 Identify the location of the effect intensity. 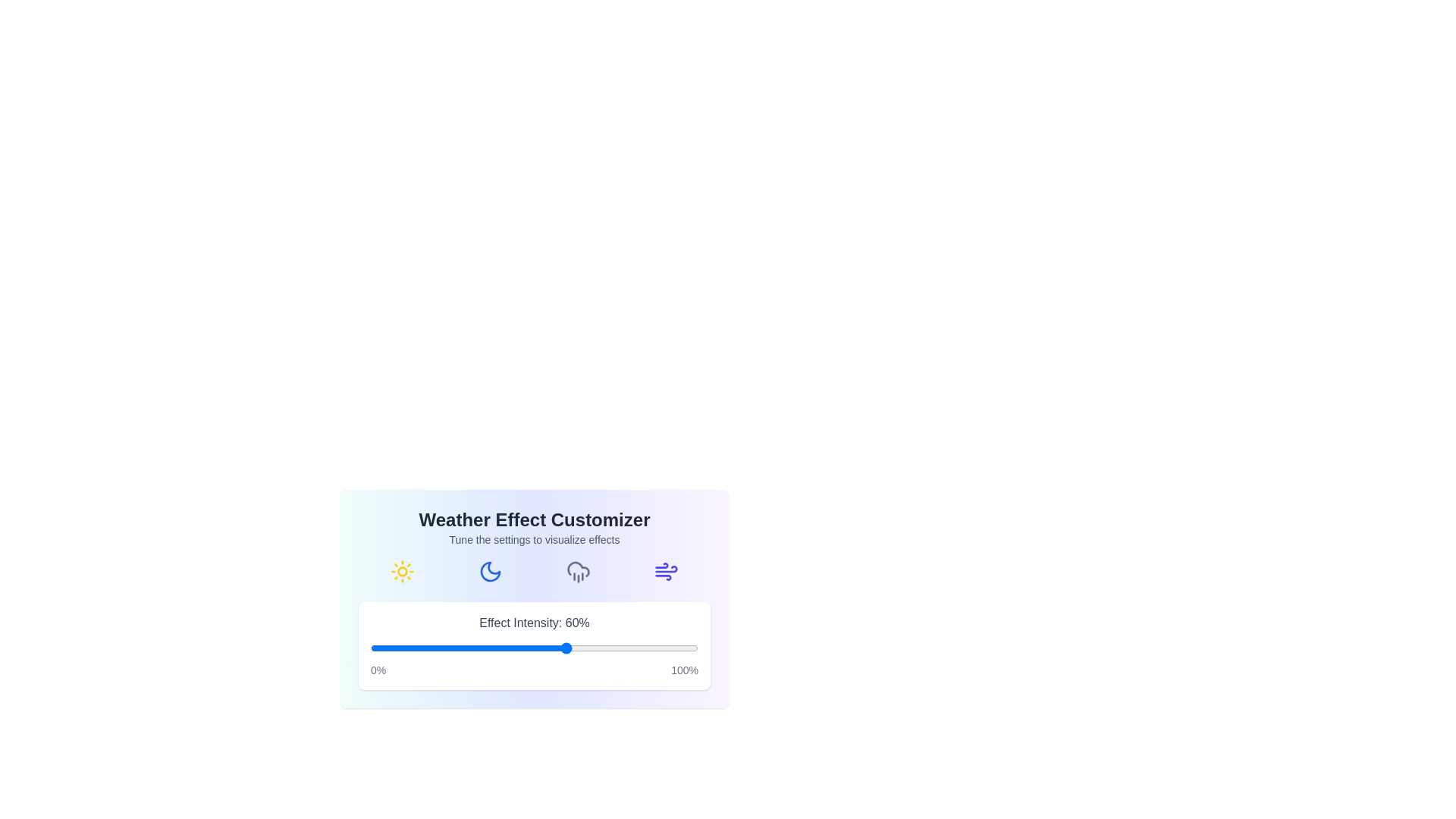
(397, 648).